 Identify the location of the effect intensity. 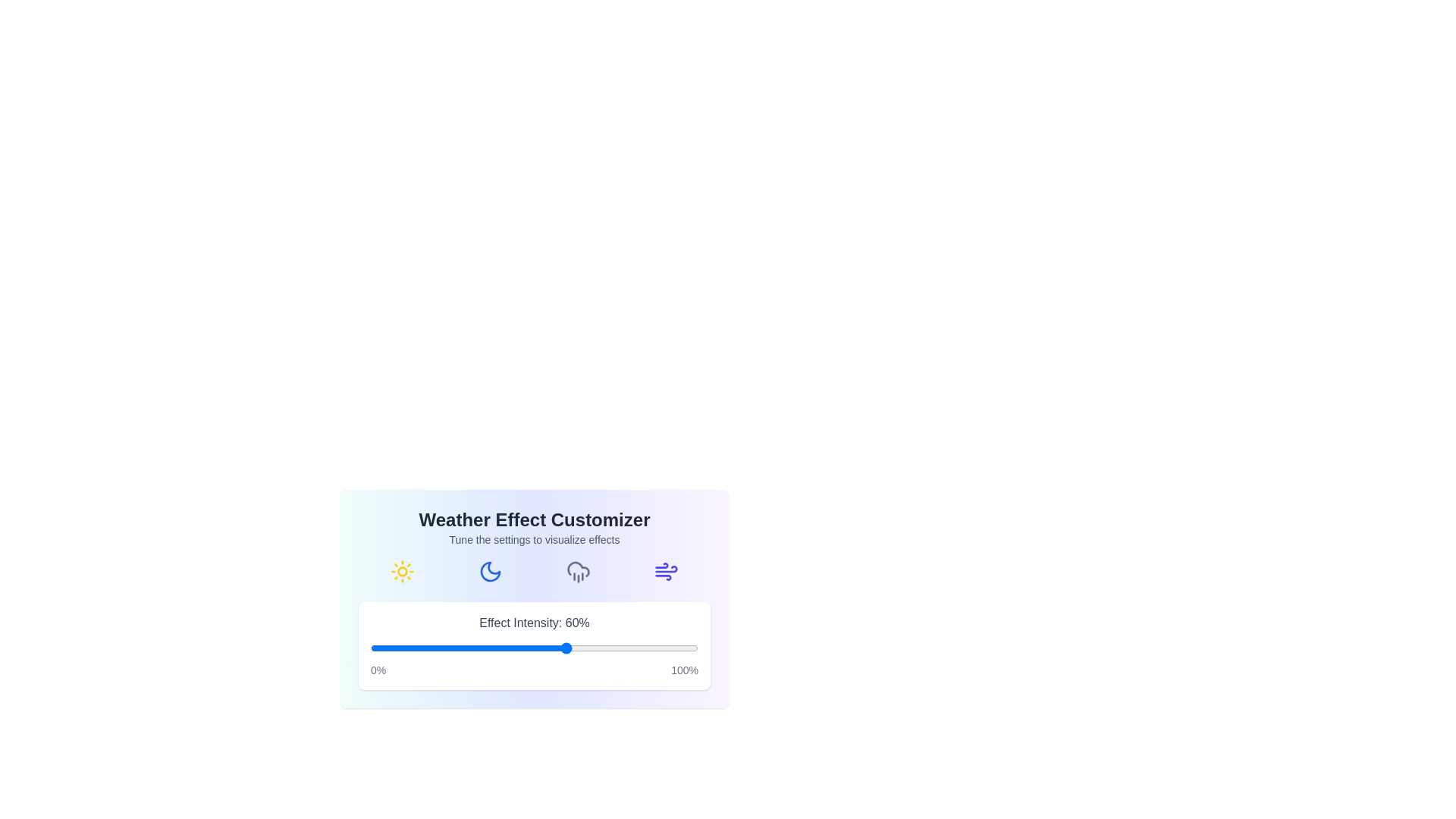
(397, 648).